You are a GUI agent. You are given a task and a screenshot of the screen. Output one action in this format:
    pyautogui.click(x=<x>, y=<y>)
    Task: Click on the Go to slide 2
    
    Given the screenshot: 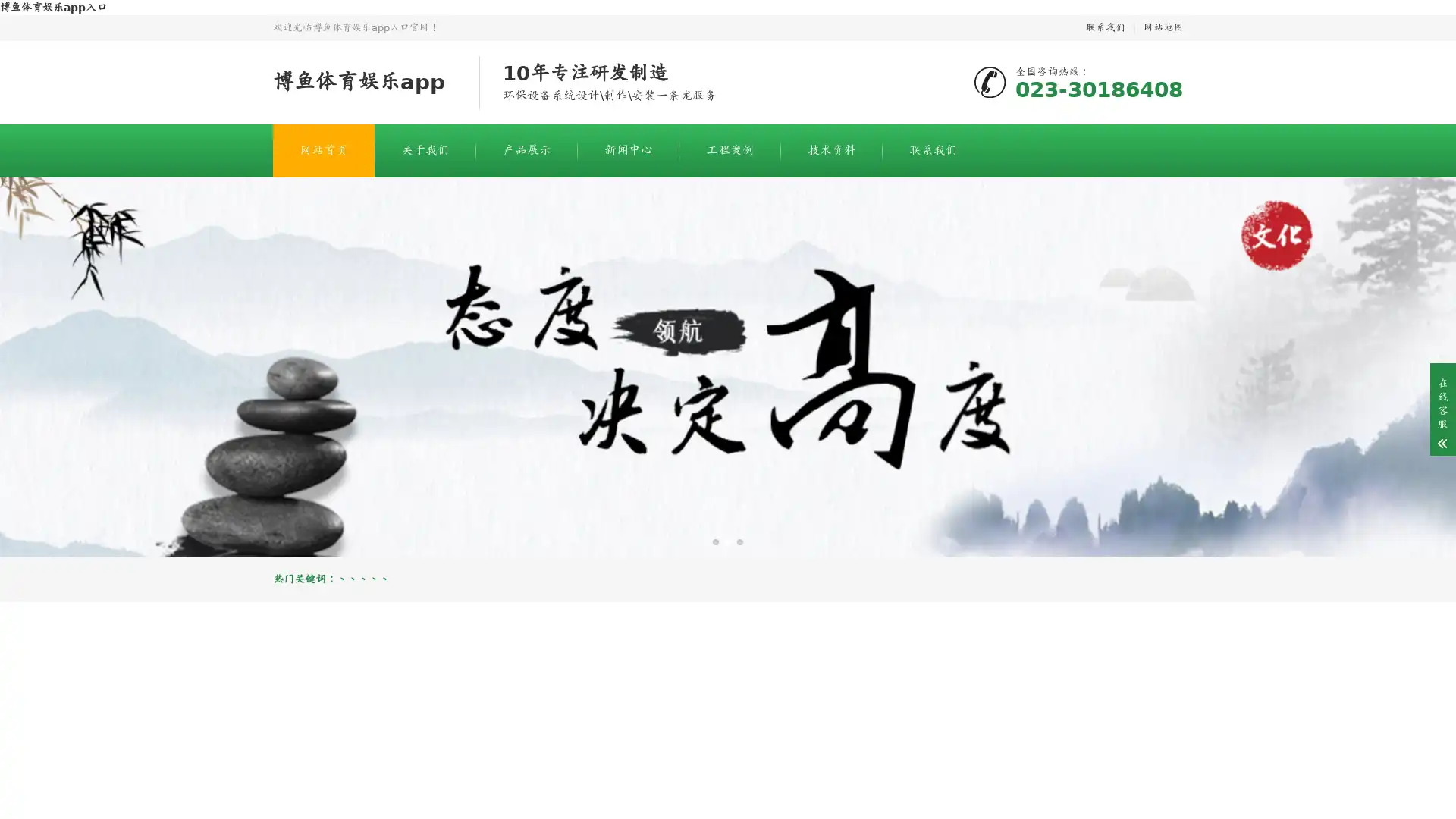 What is the action you would take?
    pyautogui.click(x=728, y=541)
    